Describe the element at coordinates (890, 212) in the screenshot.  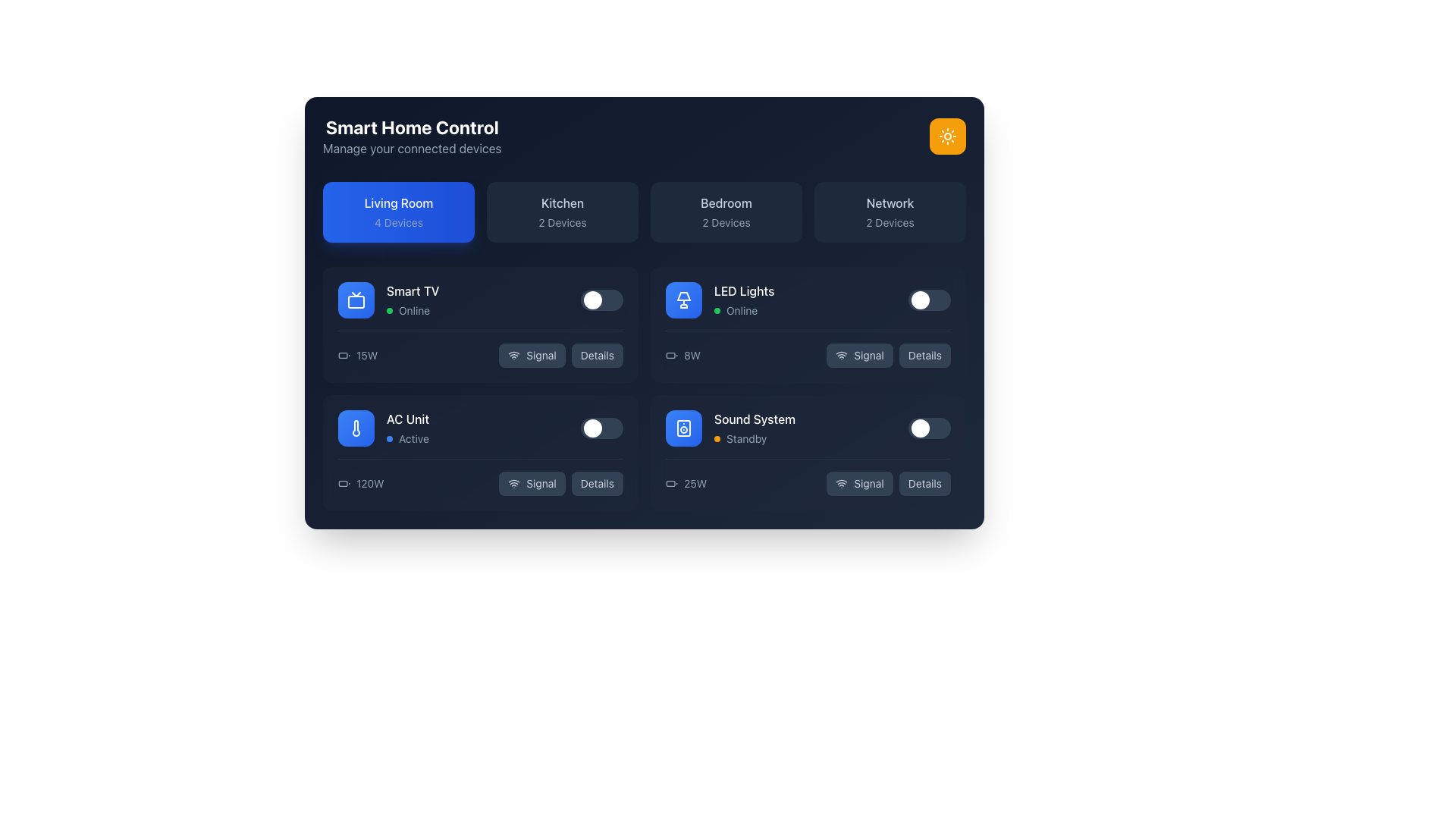
I see `the 'Network' button, which is the fourth card in the top row of the smart home control interface grid, to perform network-related operations` at that location.